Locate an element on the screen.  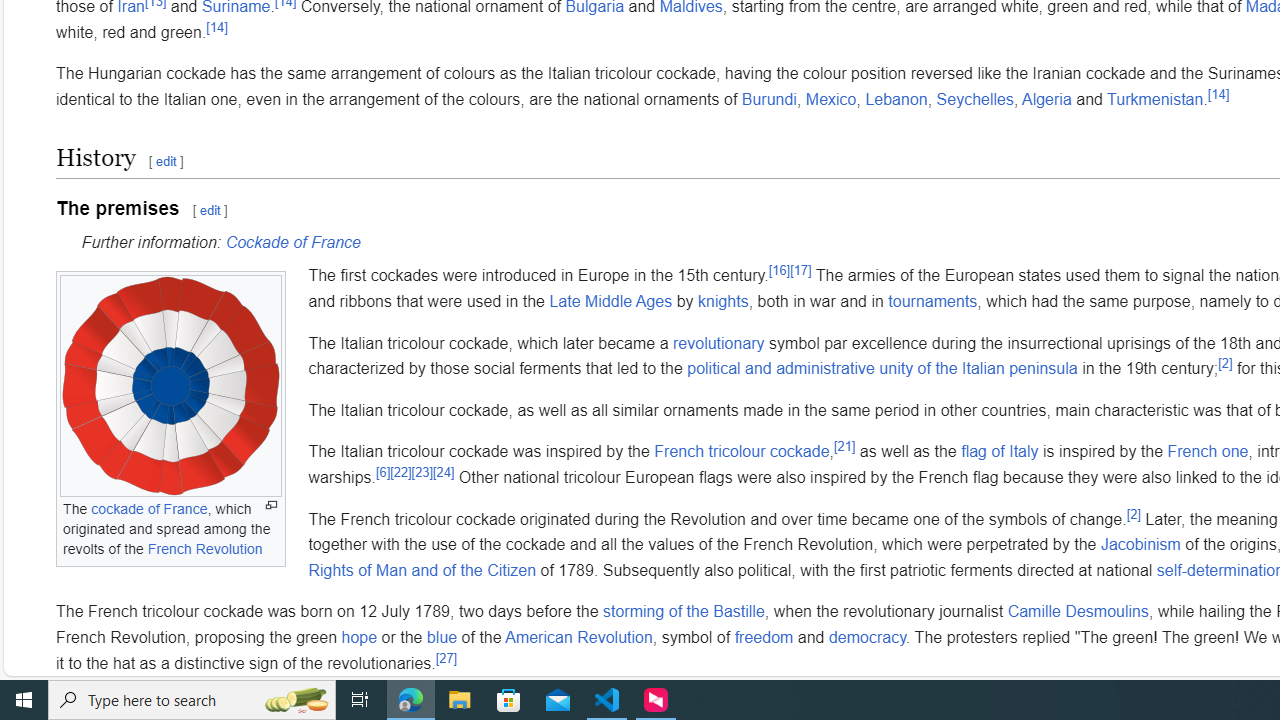
'flag of Italy' is located at coordinates (1000, 451).